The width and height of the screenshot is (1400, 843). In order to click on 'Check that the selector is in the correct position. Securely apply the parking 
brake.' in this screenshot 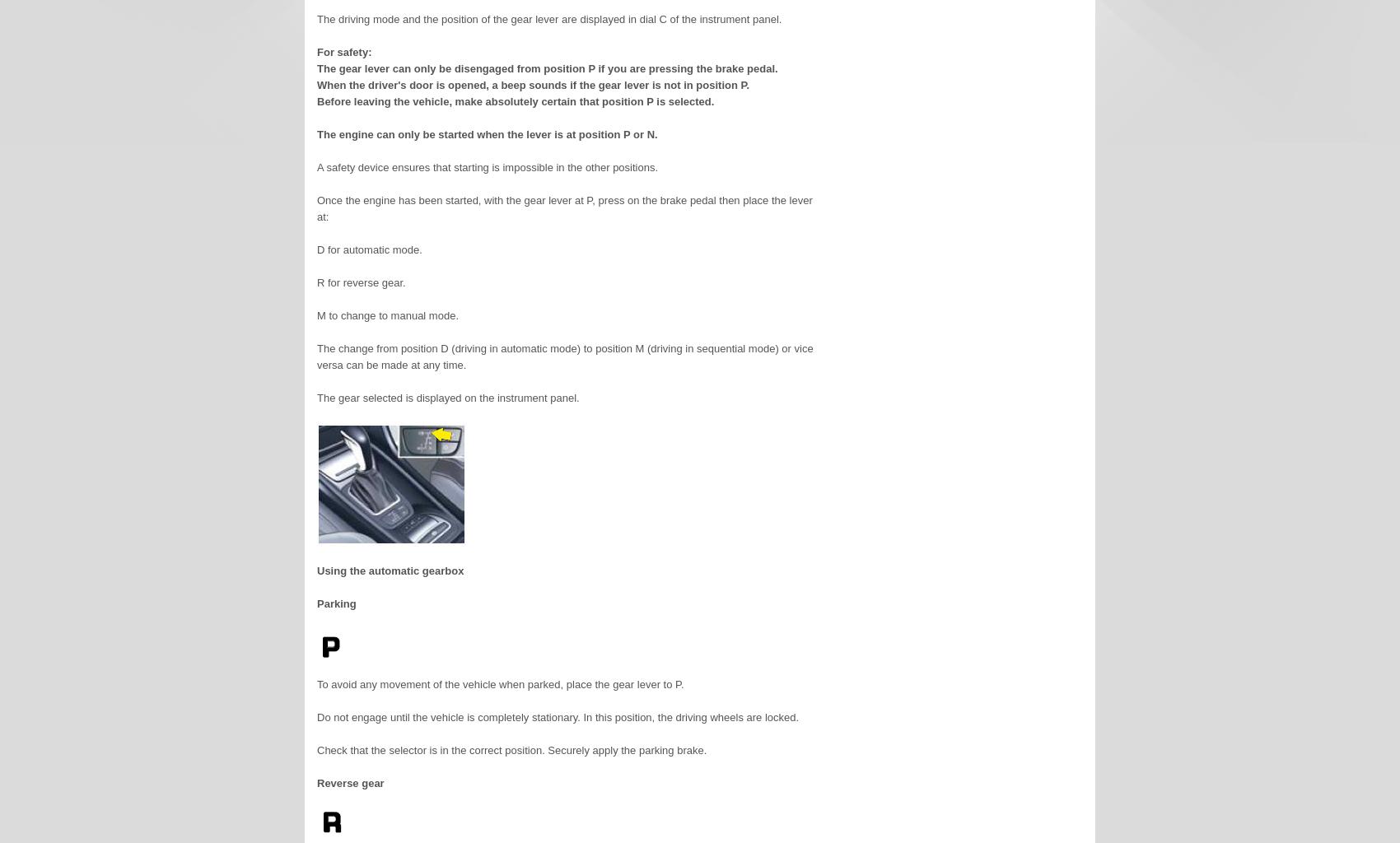, I will do `click(511, 749)`.